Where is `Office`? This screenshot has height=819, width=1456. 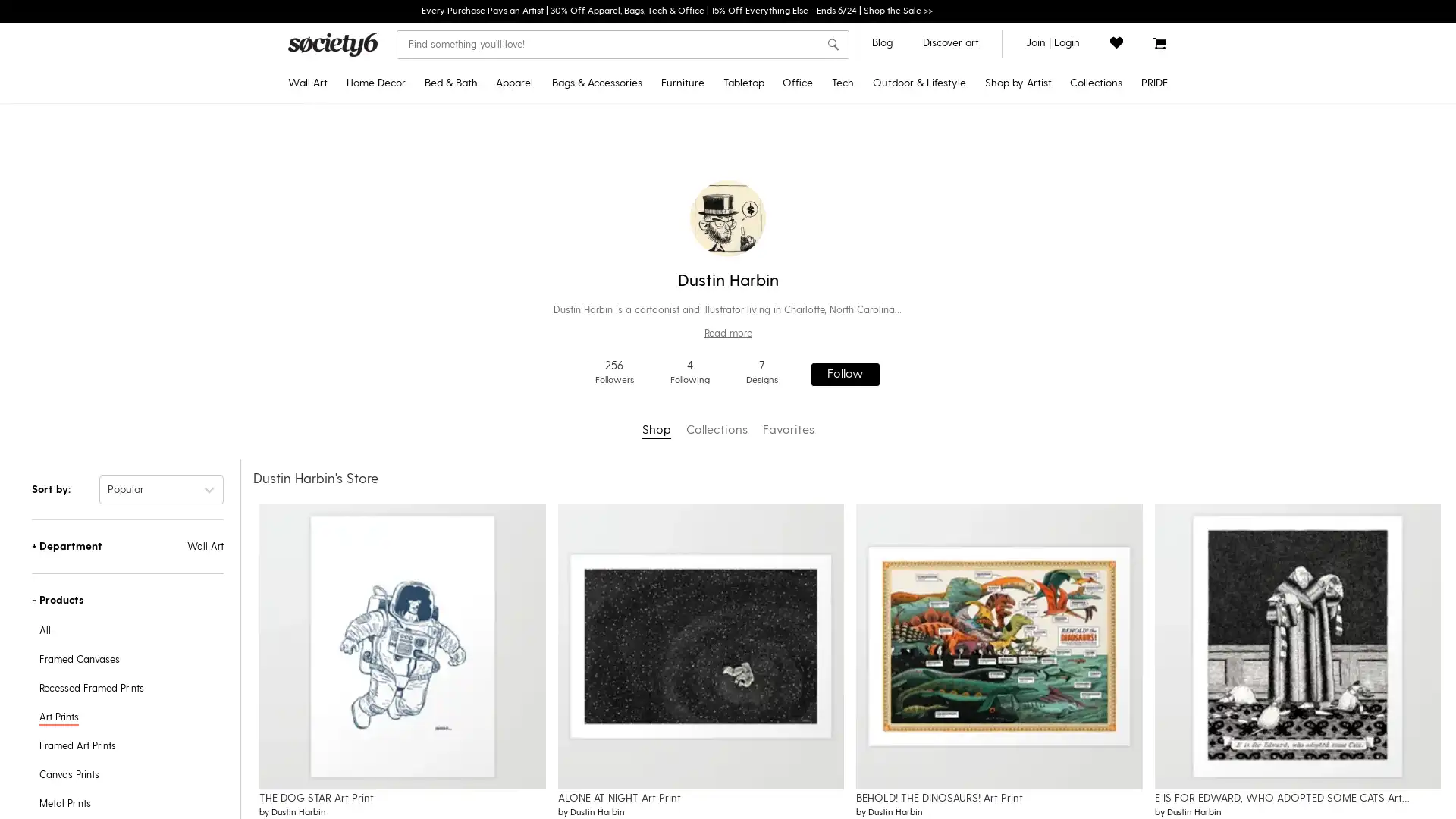 Office is located at coordinates (796, 83).